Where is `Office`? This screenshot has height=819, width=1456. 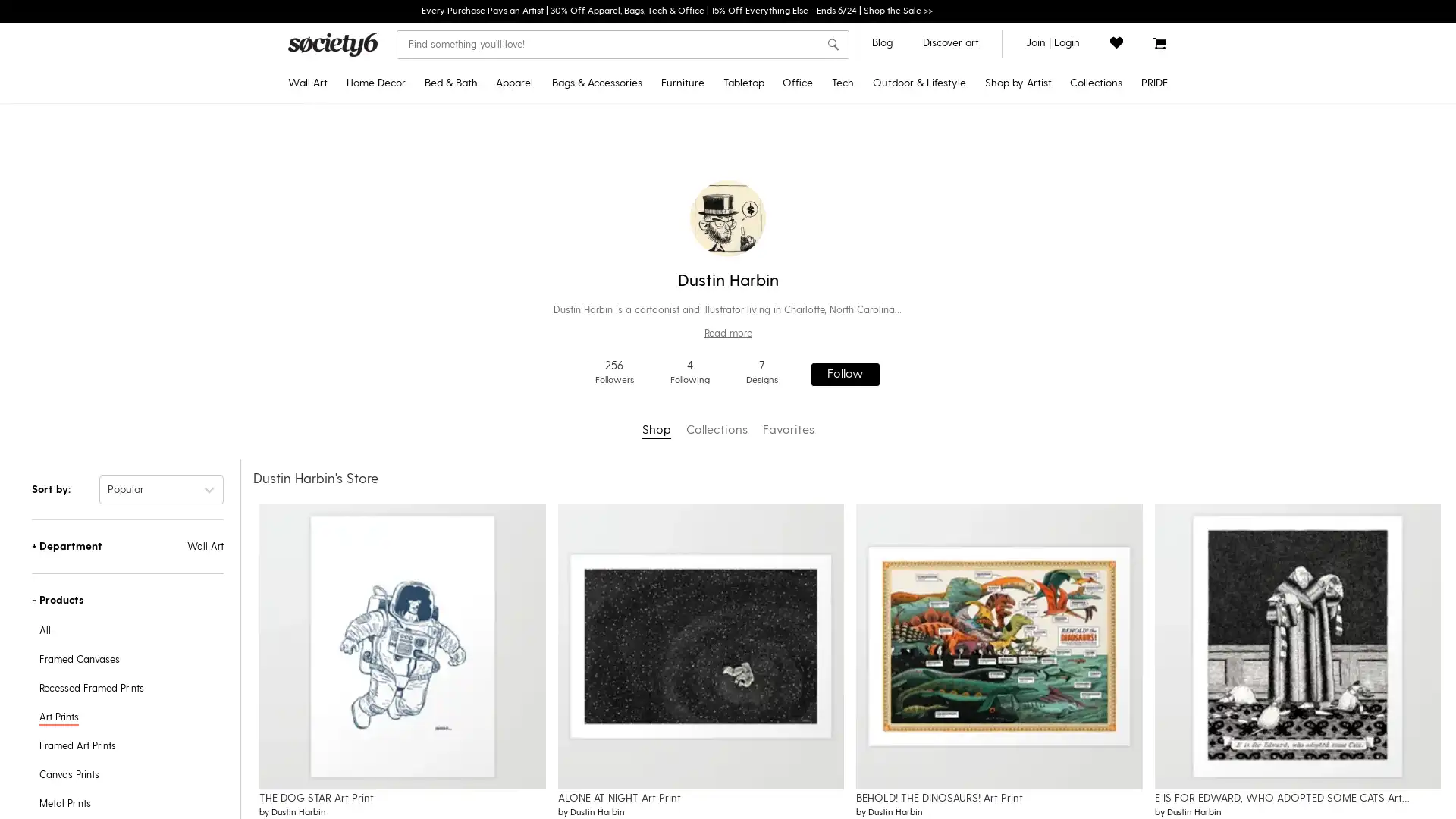 Office is located at coordinates (796, 83).